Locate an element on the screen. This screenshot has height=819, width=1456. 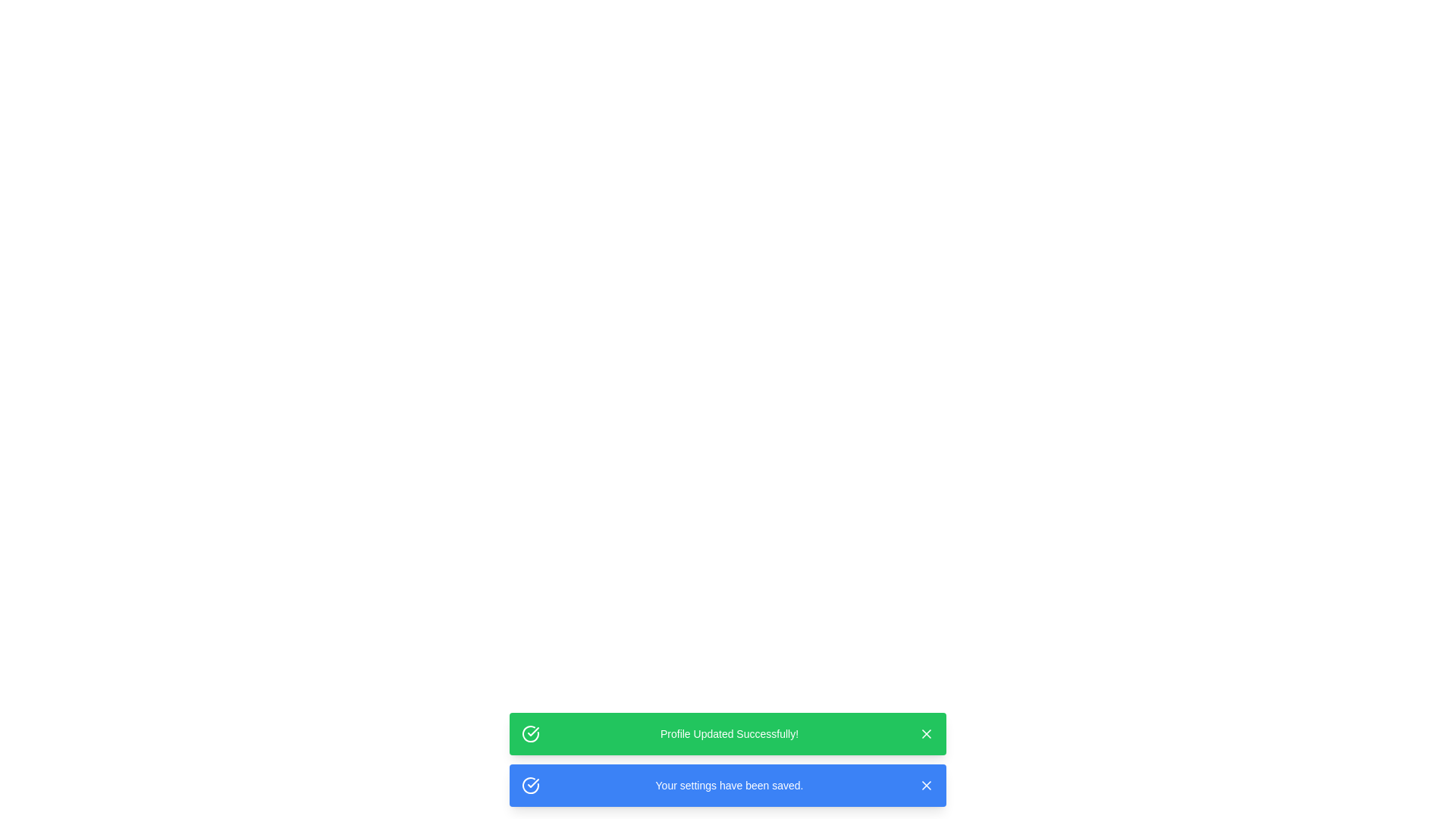
the notification message Text Label that indicates the user's profile has been successfully updated, located within the green notification bar is located at coordinates (729, 733).